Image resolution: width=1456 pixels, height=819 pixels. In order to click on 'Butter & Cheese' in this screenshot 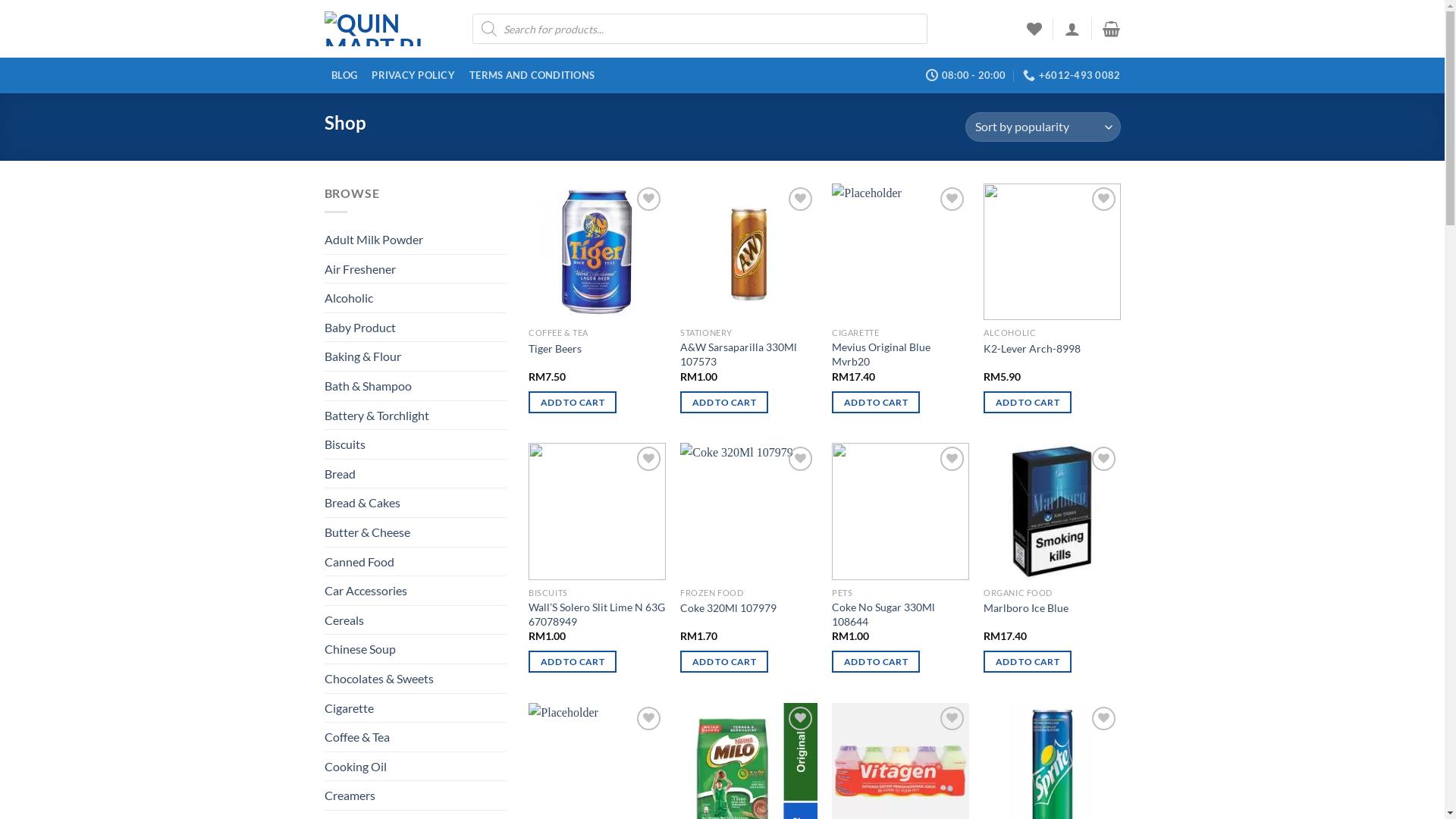, I will do `click(415, 532)`.